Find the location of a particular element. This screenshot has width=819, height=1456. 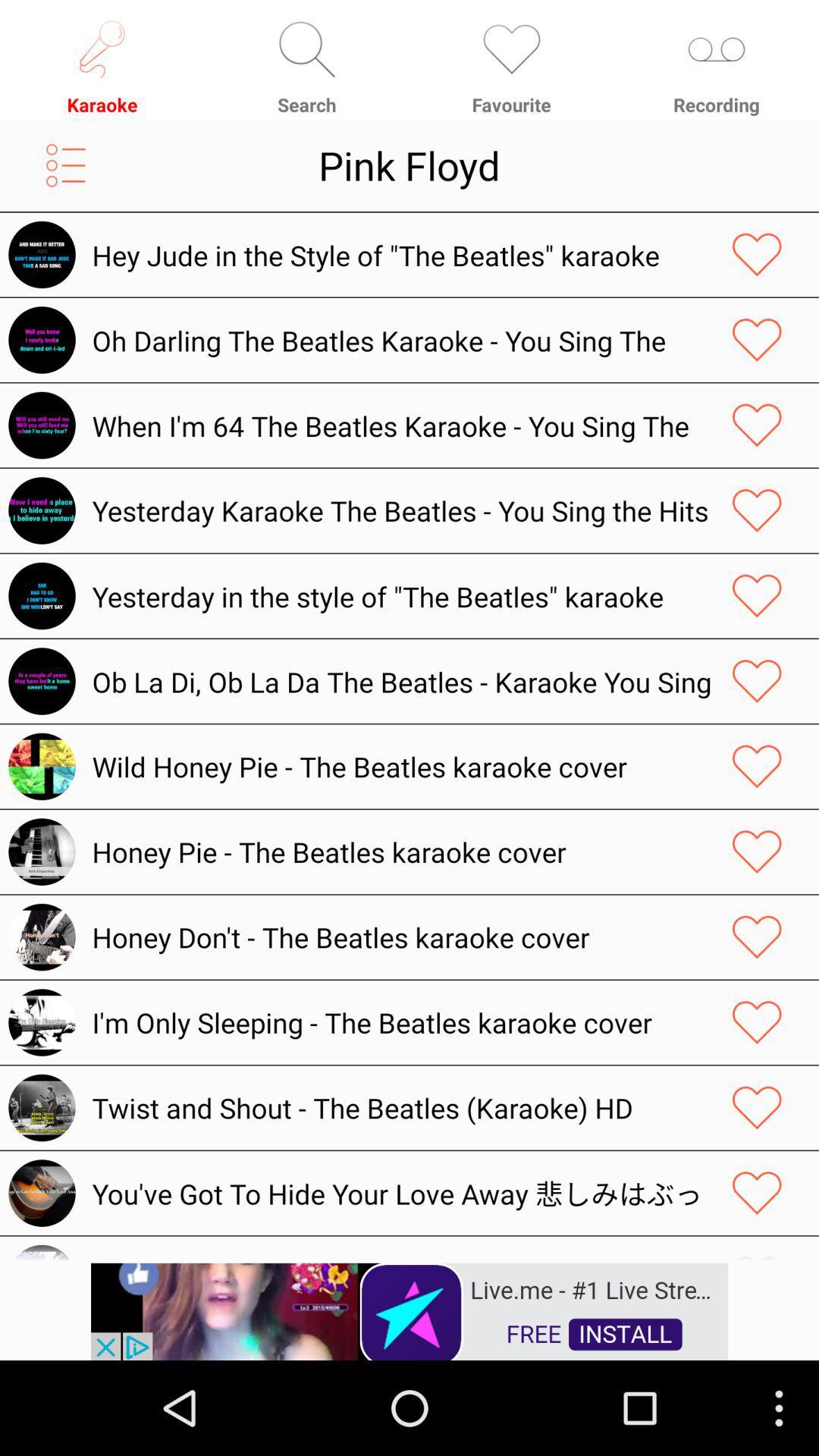

love track is located at coordinates (757, 510).